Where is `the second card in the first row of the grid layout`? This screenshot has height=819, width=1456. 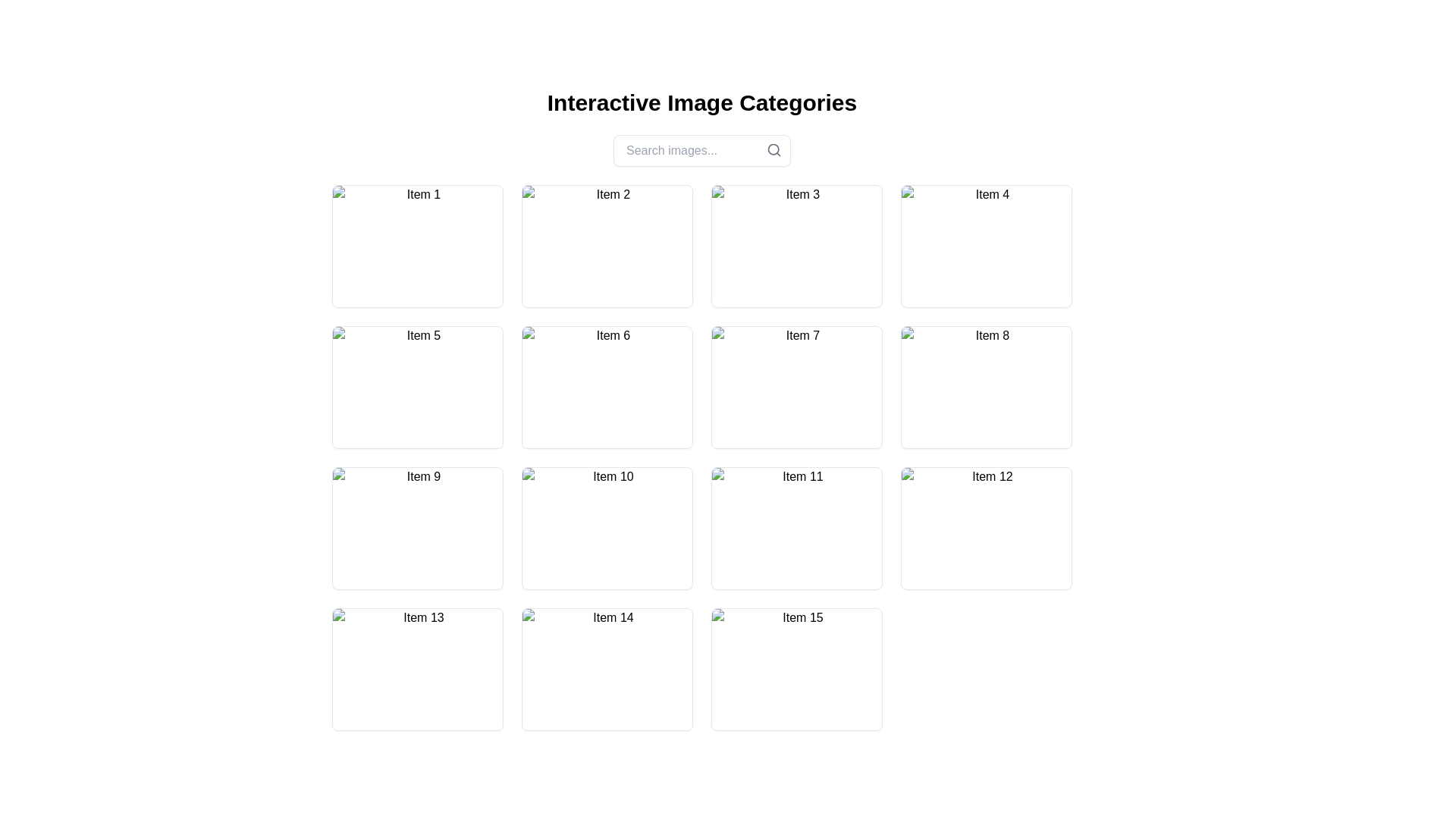
the second card in the first row of the grid layout is located at coordinates (607, 245).